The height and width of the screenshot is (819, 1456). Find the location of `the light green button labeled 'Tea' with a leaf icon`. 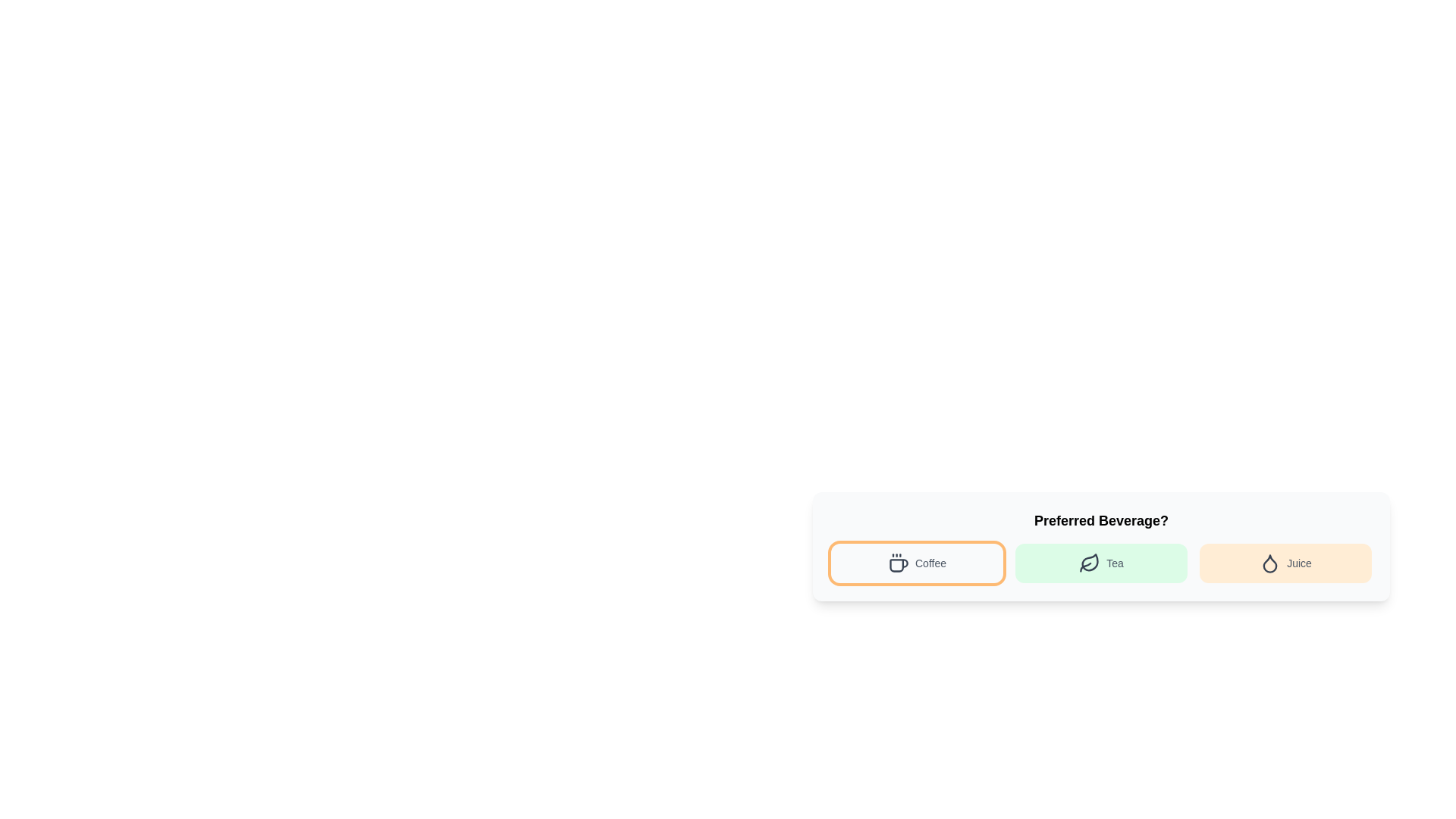

the light green button labeled 'Tea' with a leaf icon is located at coordinates (1101, 563).